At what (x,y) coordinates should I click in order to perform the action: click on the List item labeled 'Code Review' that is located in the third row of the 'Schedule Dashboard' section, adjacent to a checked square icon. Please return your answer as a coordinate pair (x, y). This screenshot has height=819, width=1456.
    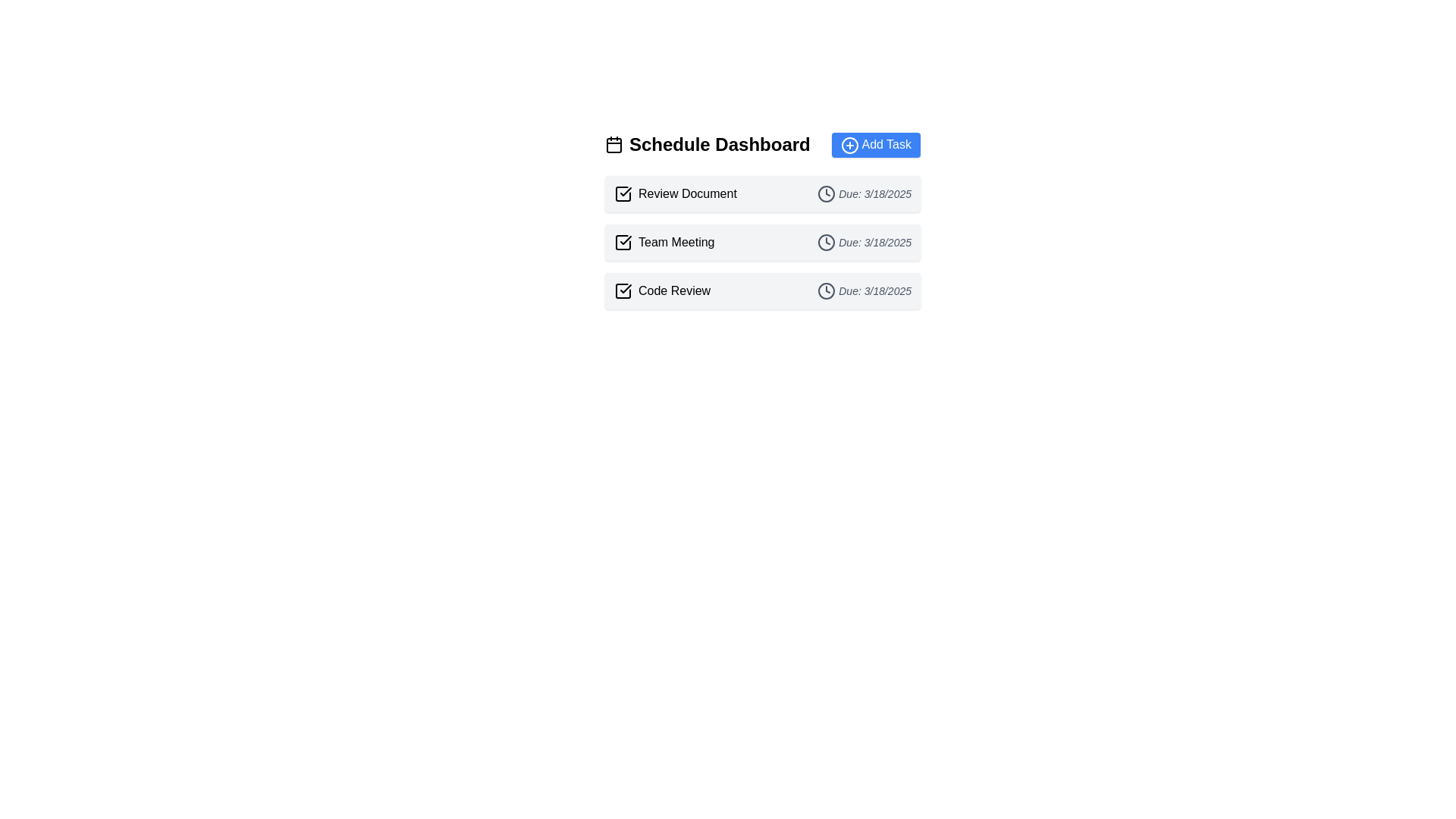
    Looking at the image, I should click on (662, 290).